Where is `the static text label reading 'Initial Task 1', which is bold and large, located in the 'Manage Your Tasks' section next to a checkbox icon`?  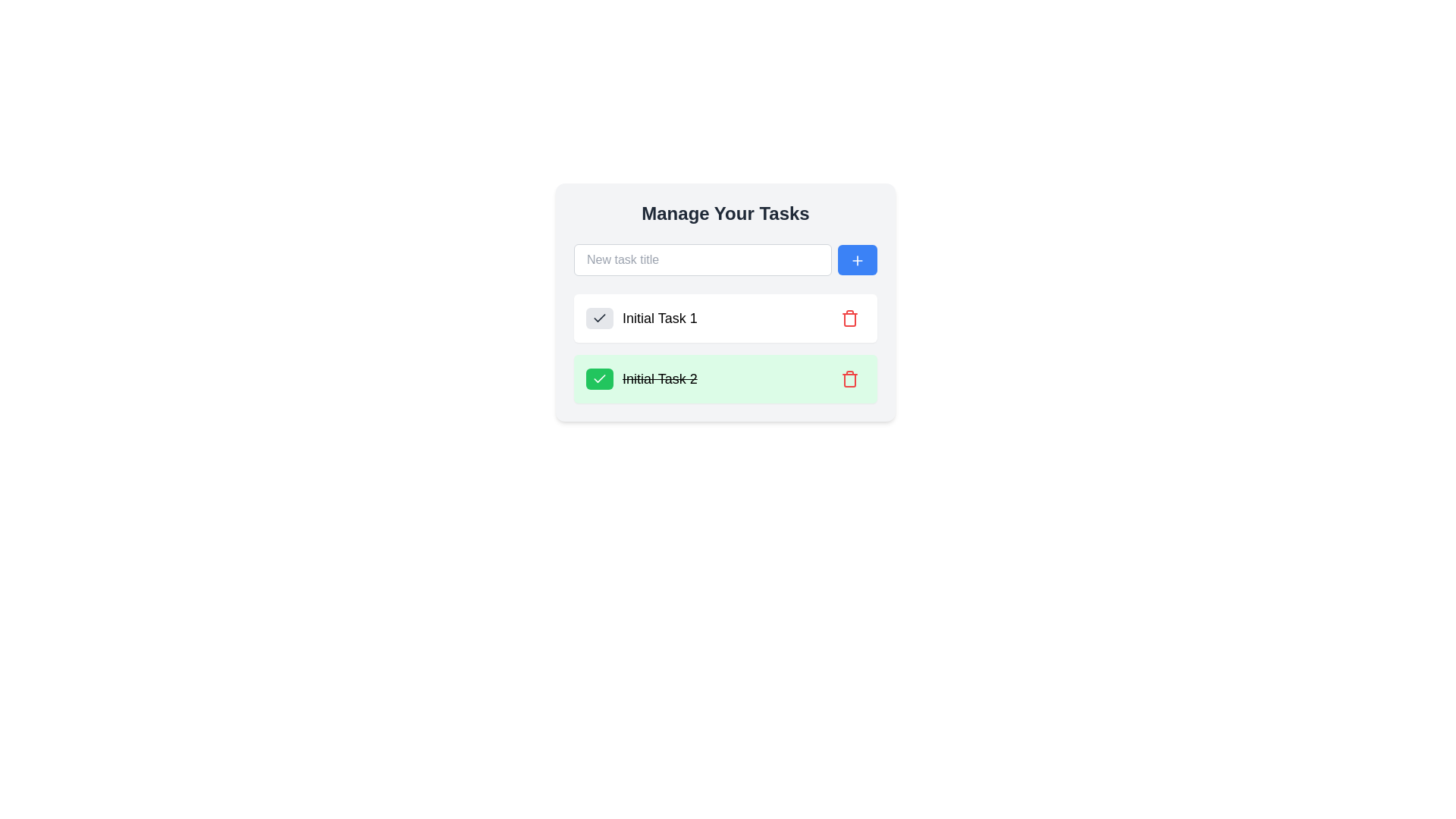 the static text label reading 'Initial Task 1', which is bold and large, located in the 'Manage Your Tasks' section next to a checkbox icon is located at coordinates (642, 318).